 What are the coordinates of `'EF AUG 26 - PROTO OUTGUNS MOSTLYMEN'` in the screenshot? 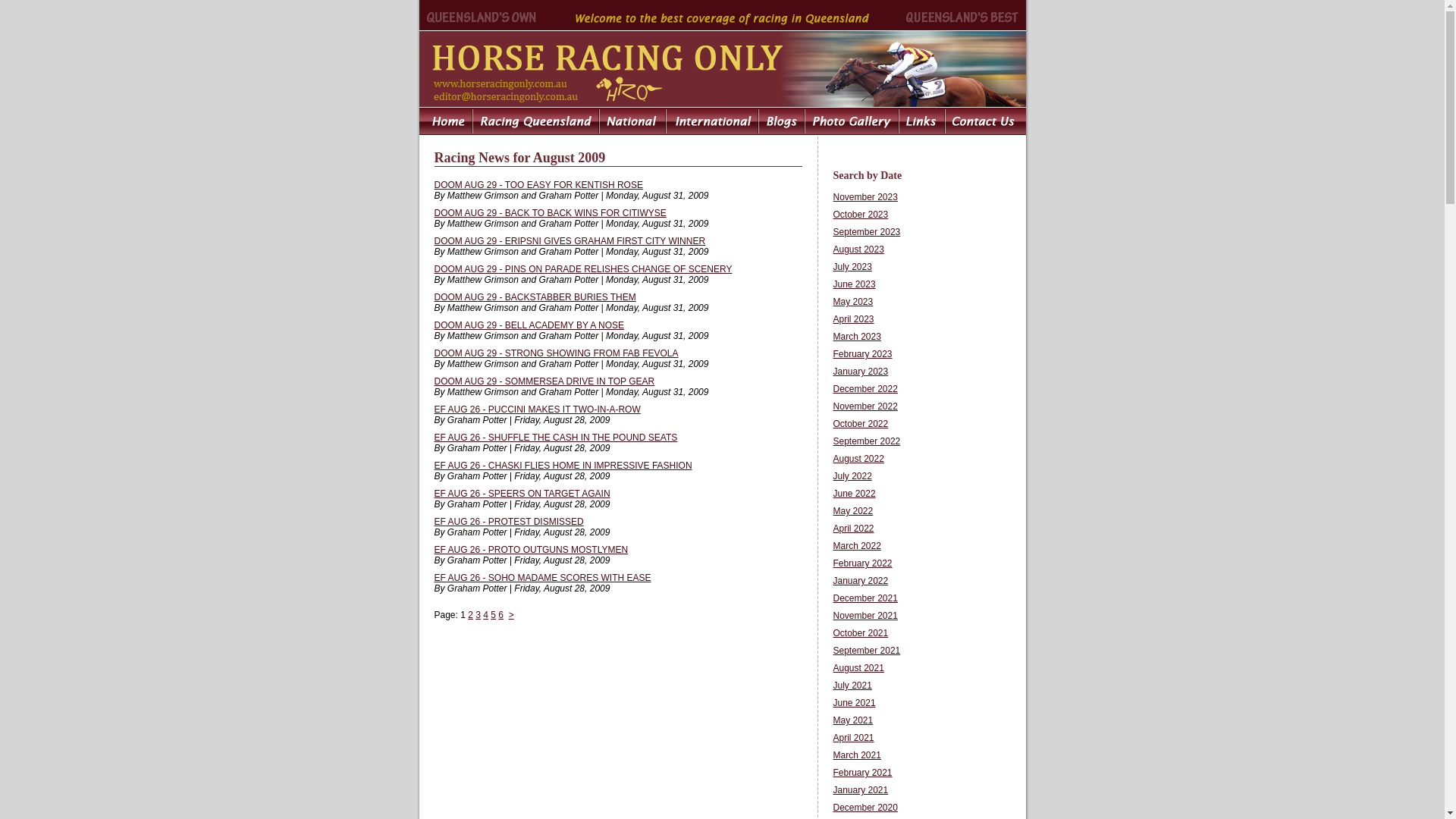 It's located at (432, 550).